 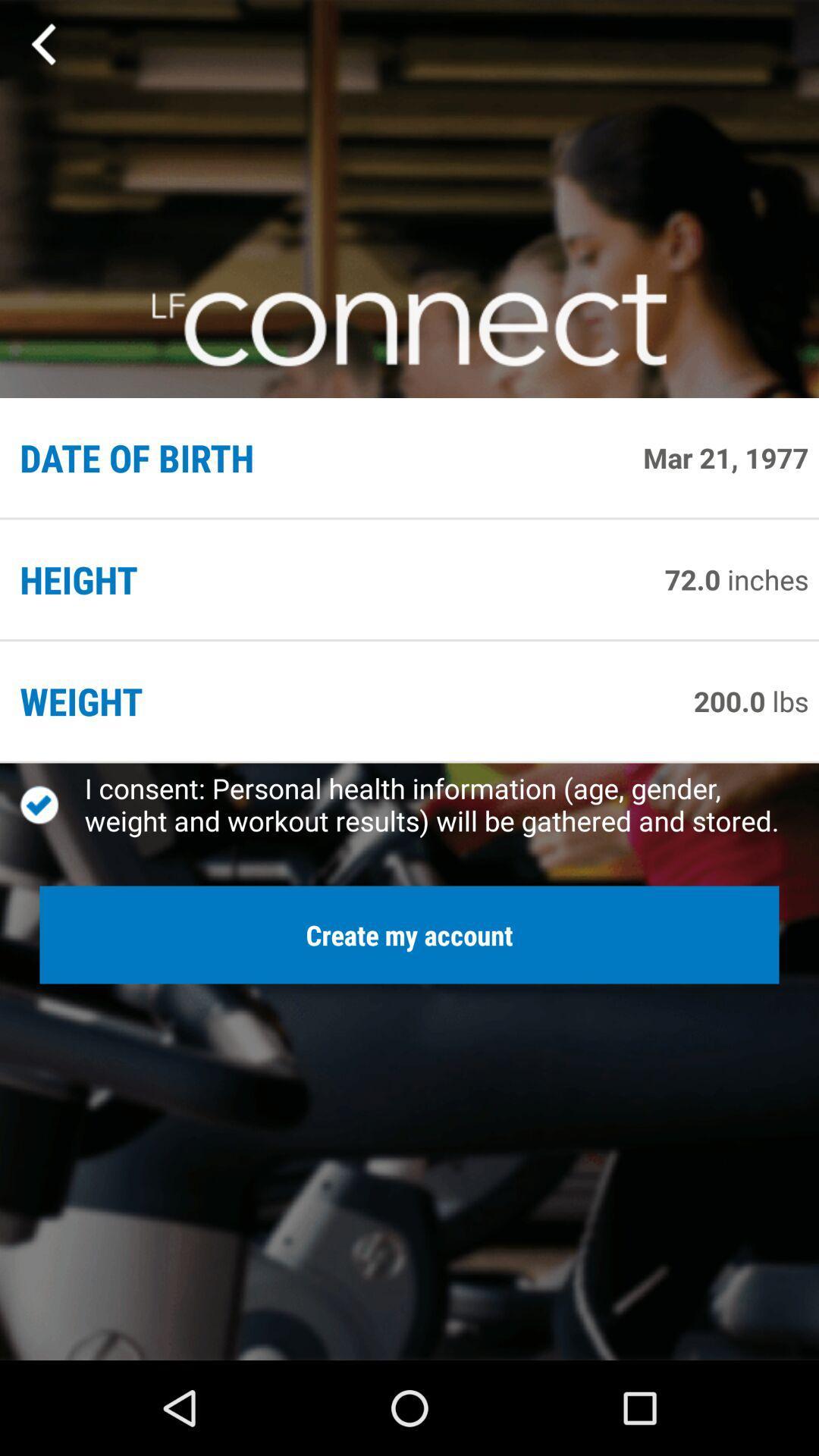 What do you see at coordinates (52, 804) in the screenshot?
I see `check box to consent to data collection` at bounding box center [52, 804].